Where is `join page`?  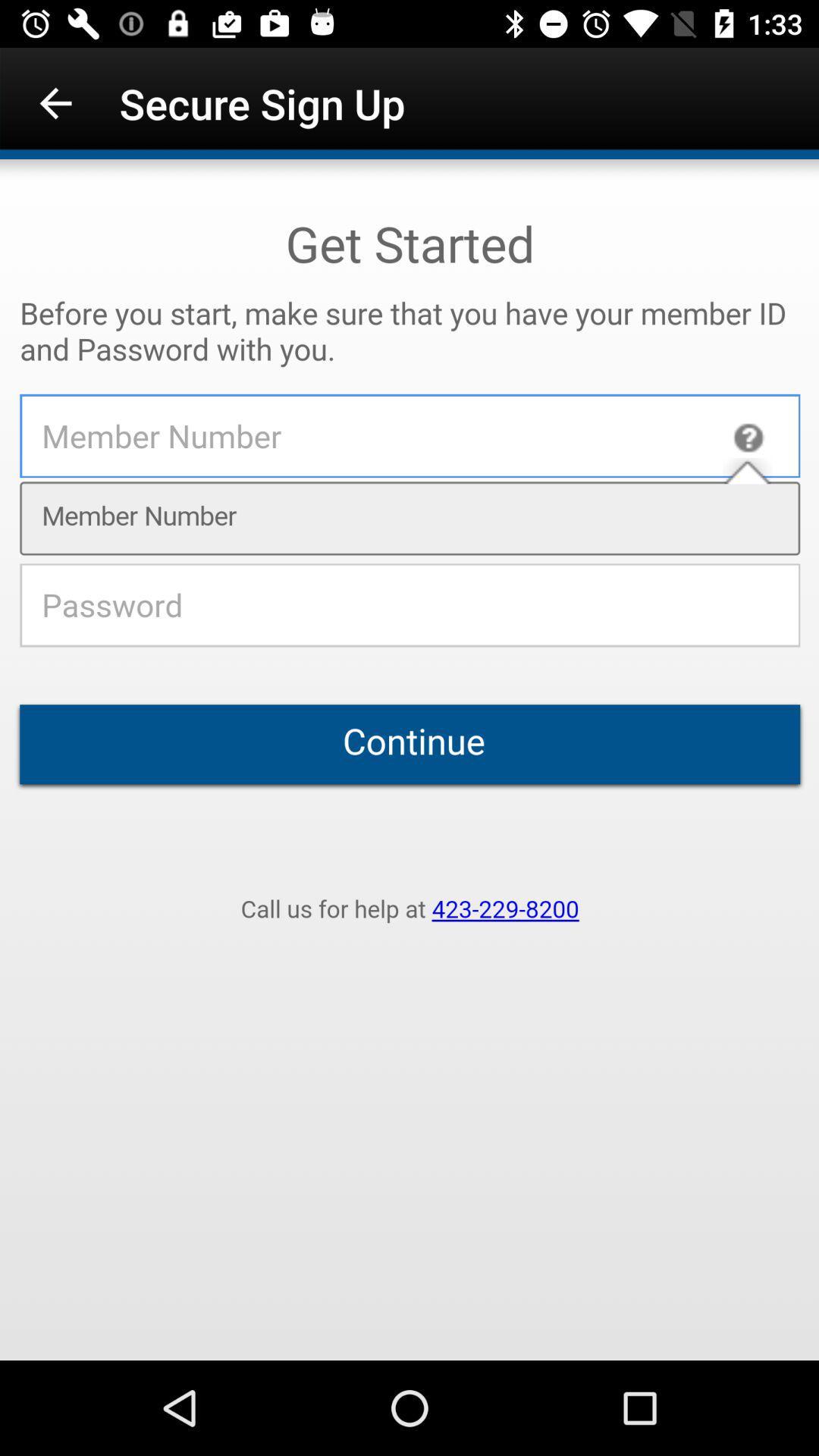
join page is located at coordinates (409, 760).